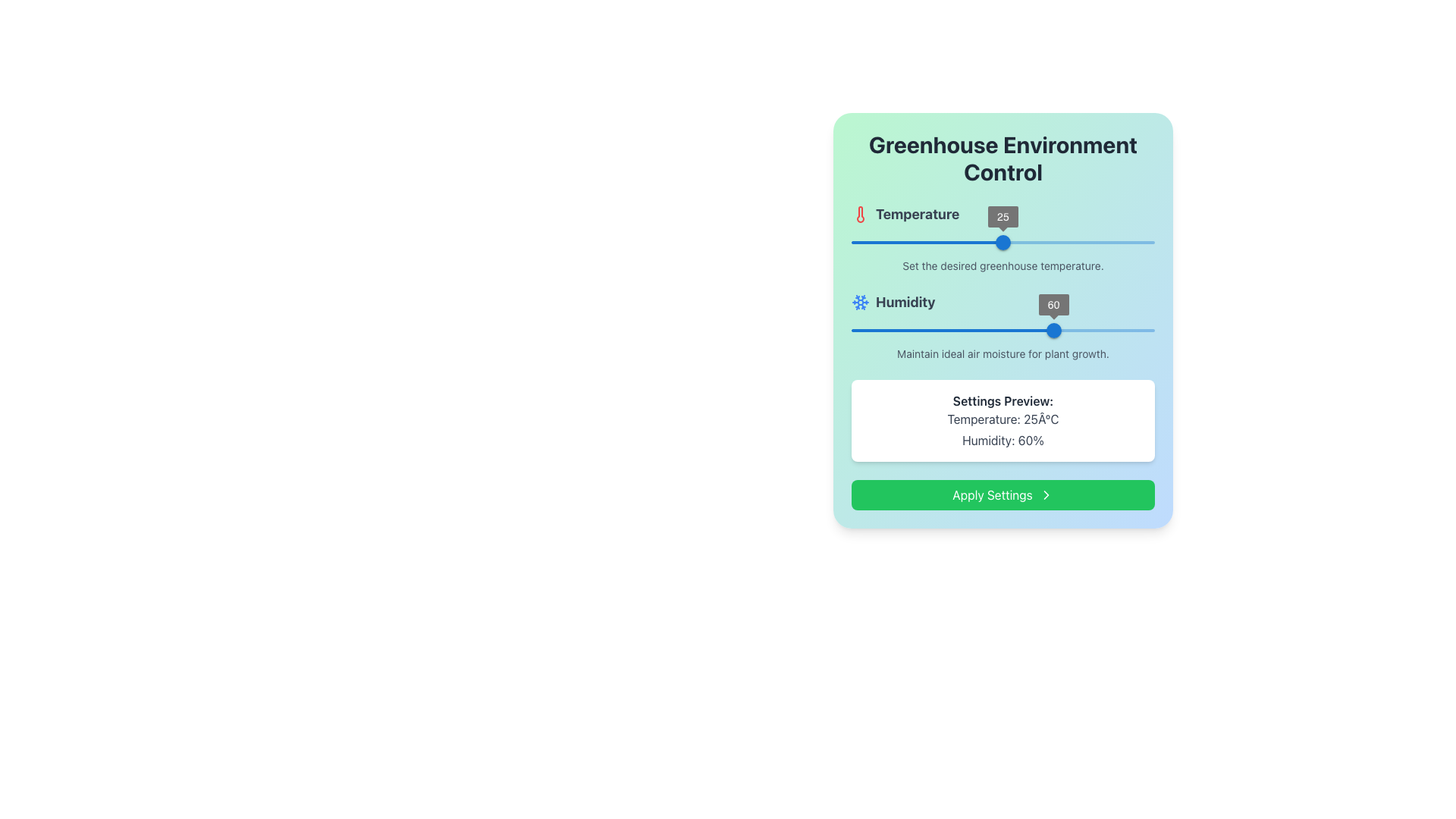 The height and width of the screenshot is (819, 1456). Describe the element at coordinates (906, 329) in the screenshot. I see `the humidity level` at that location.